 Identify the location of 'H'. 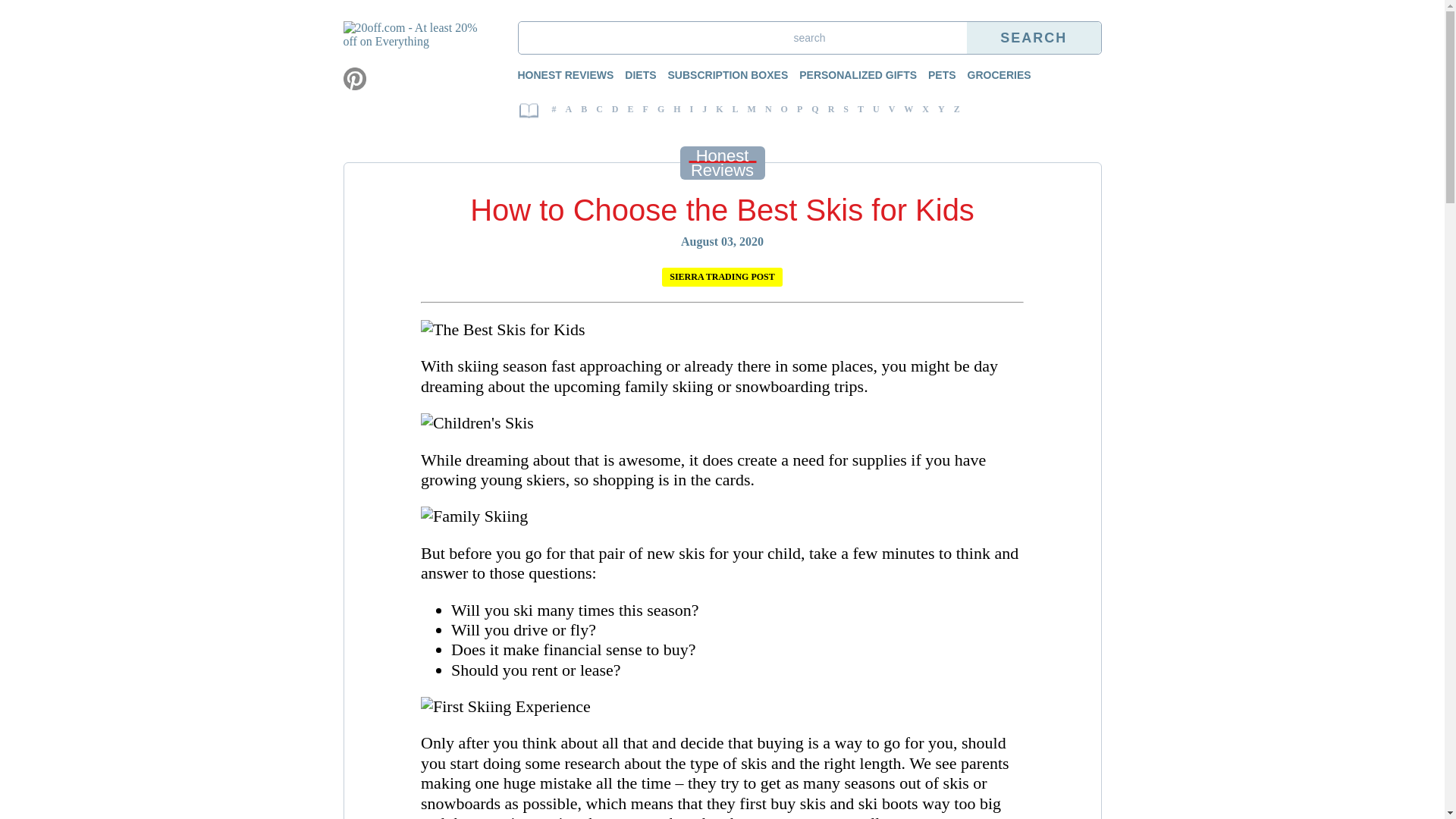
(676, 108).